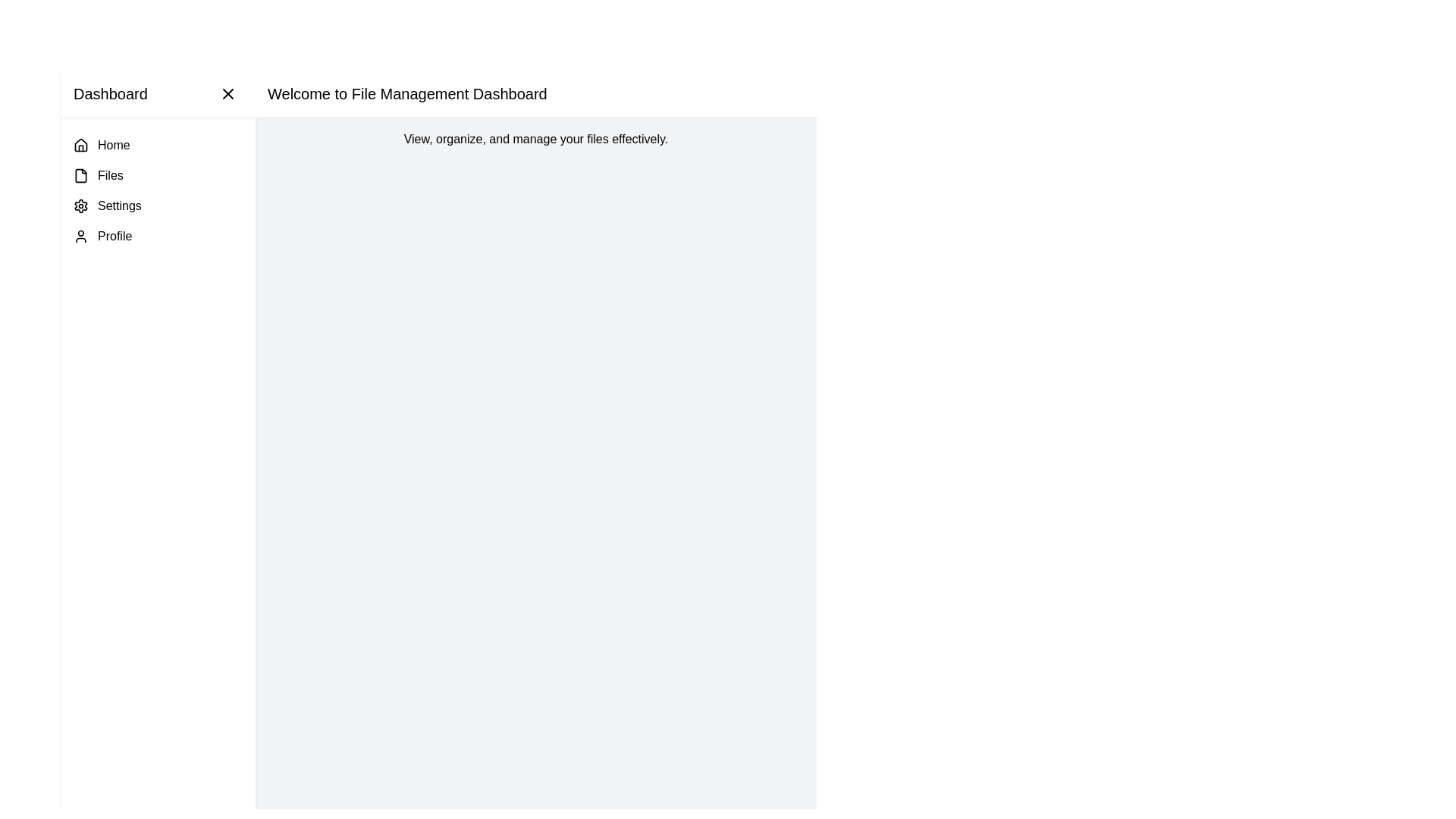 Image resolution: width=1456 pixels, height=819 pixels. I want to click on the 'Files' link button in the left sidebar, so click(158, 174).